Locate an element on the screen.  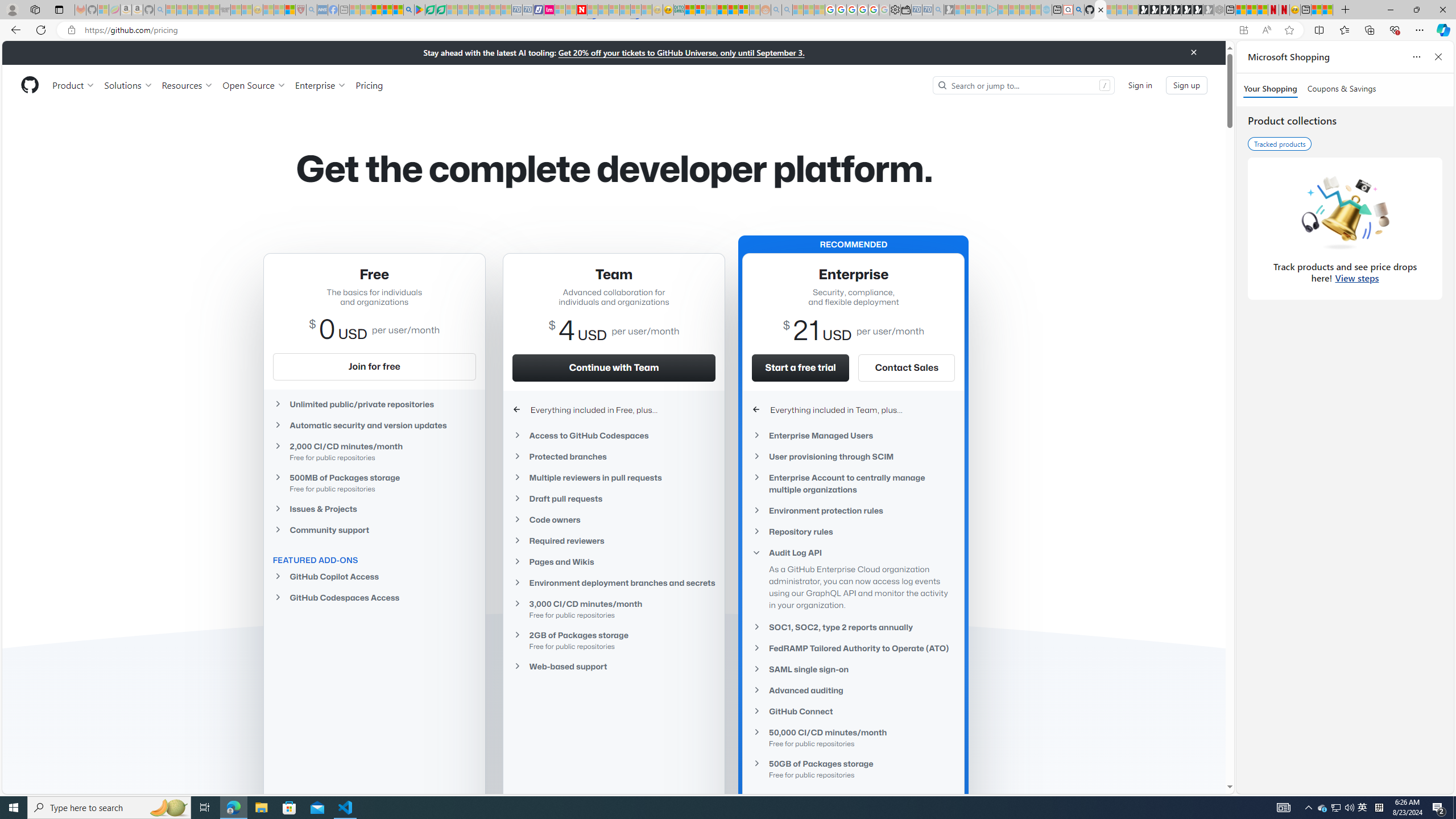
'Enterprise' is located at coordinates (320, 85).